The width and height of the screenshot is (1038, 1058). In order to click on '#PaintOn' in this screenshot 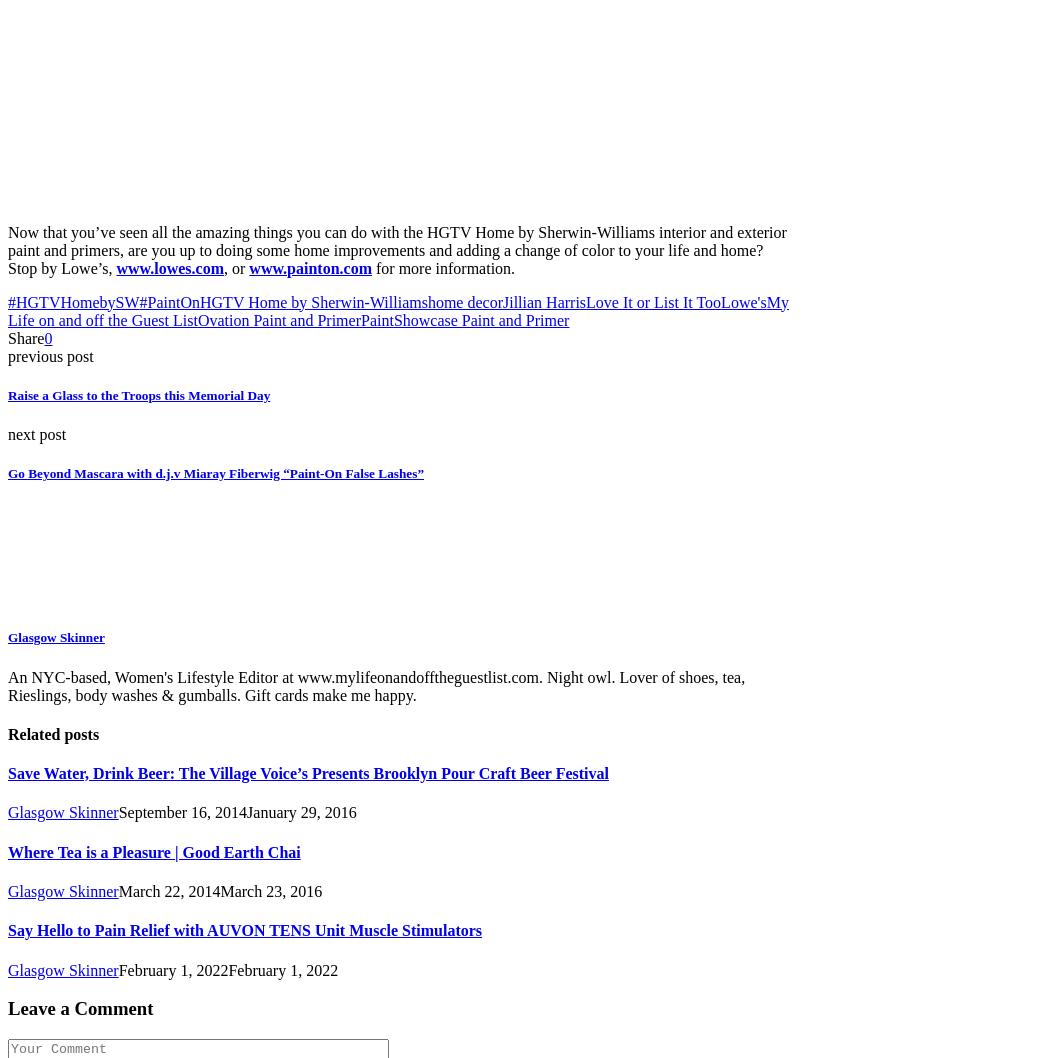, I will do `click(137, 300)`.